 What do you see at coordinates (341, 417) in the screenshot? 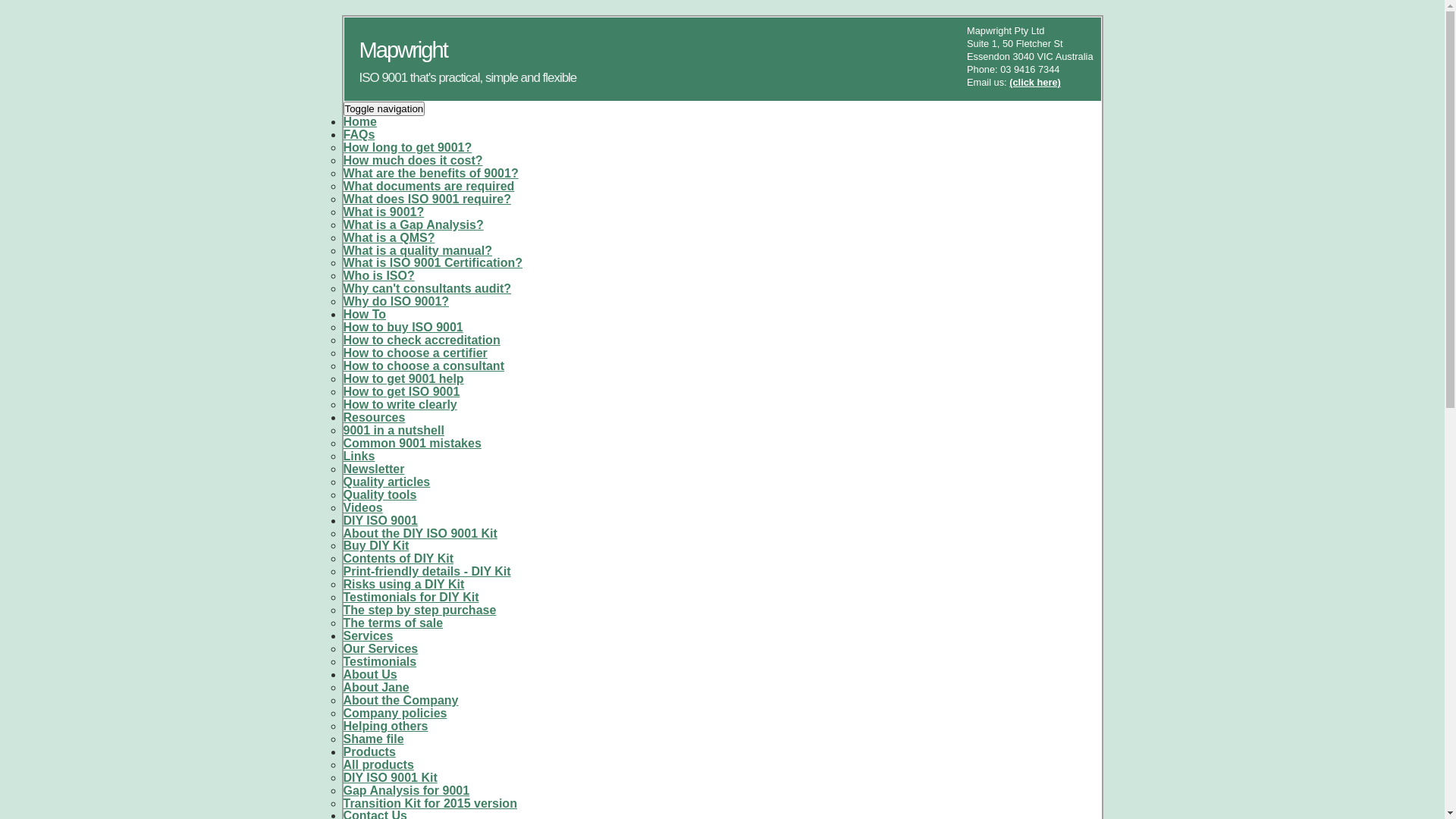
I see `'Resources'` at bounding box center [341, 417].